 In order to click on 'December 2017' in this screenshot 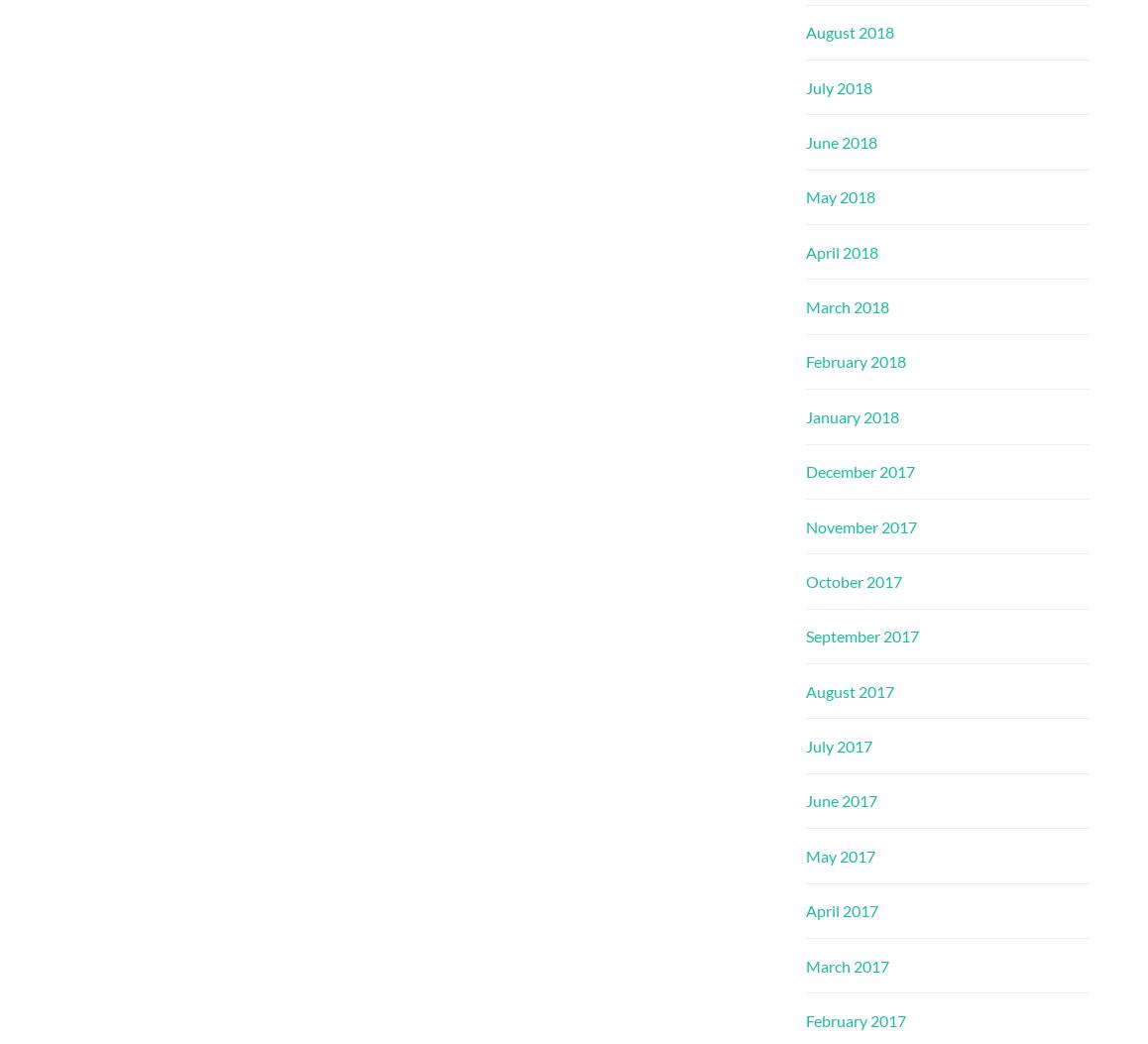, I will do `click(860, 470)`.